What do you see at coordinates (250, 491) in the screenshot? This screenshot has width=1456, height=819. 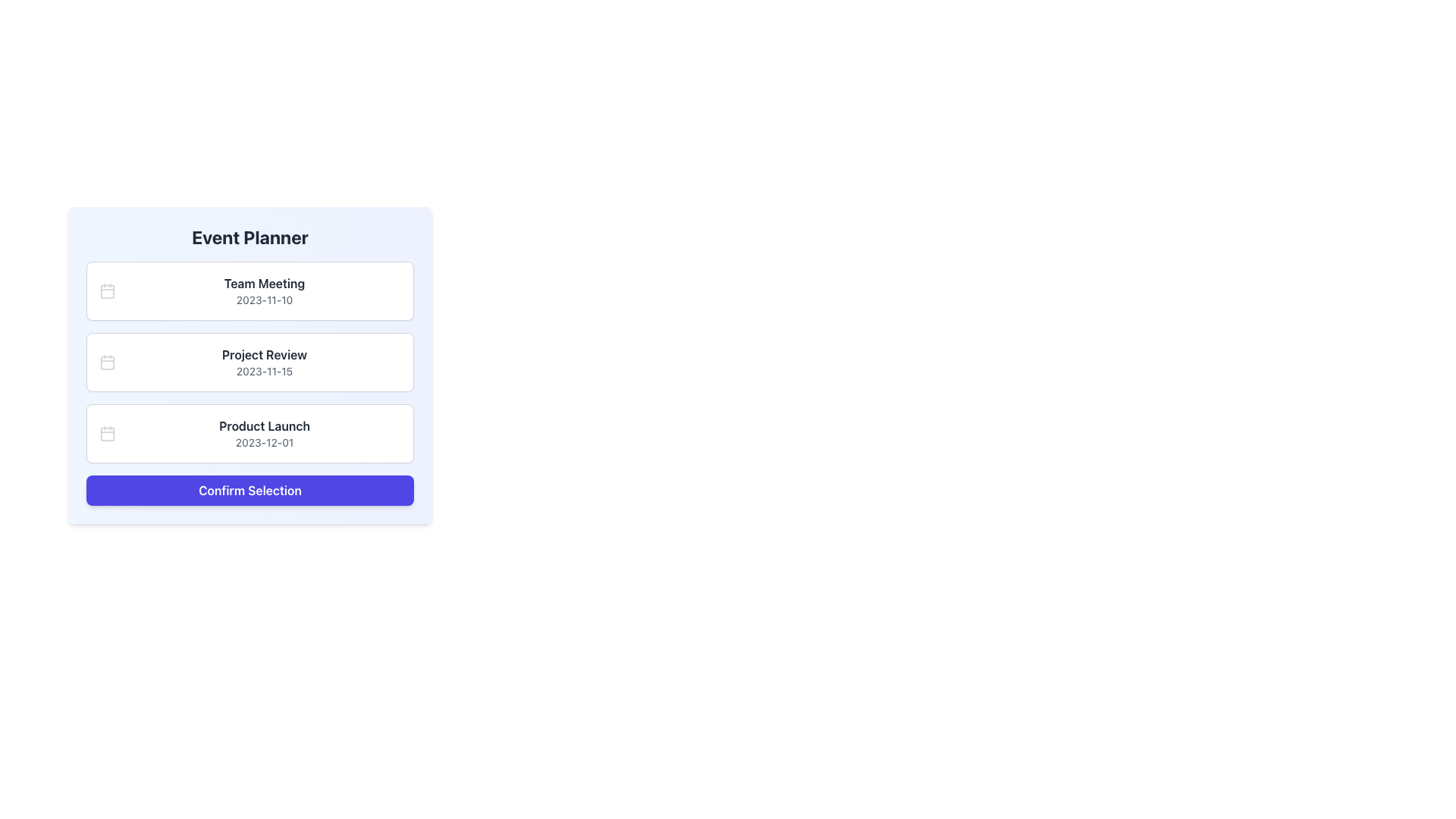 I see `the indigo 'Confirm Selection' button located at the bottom of the 'Event Planner' interface to confirm the selection` at bounding box center [250, 491].